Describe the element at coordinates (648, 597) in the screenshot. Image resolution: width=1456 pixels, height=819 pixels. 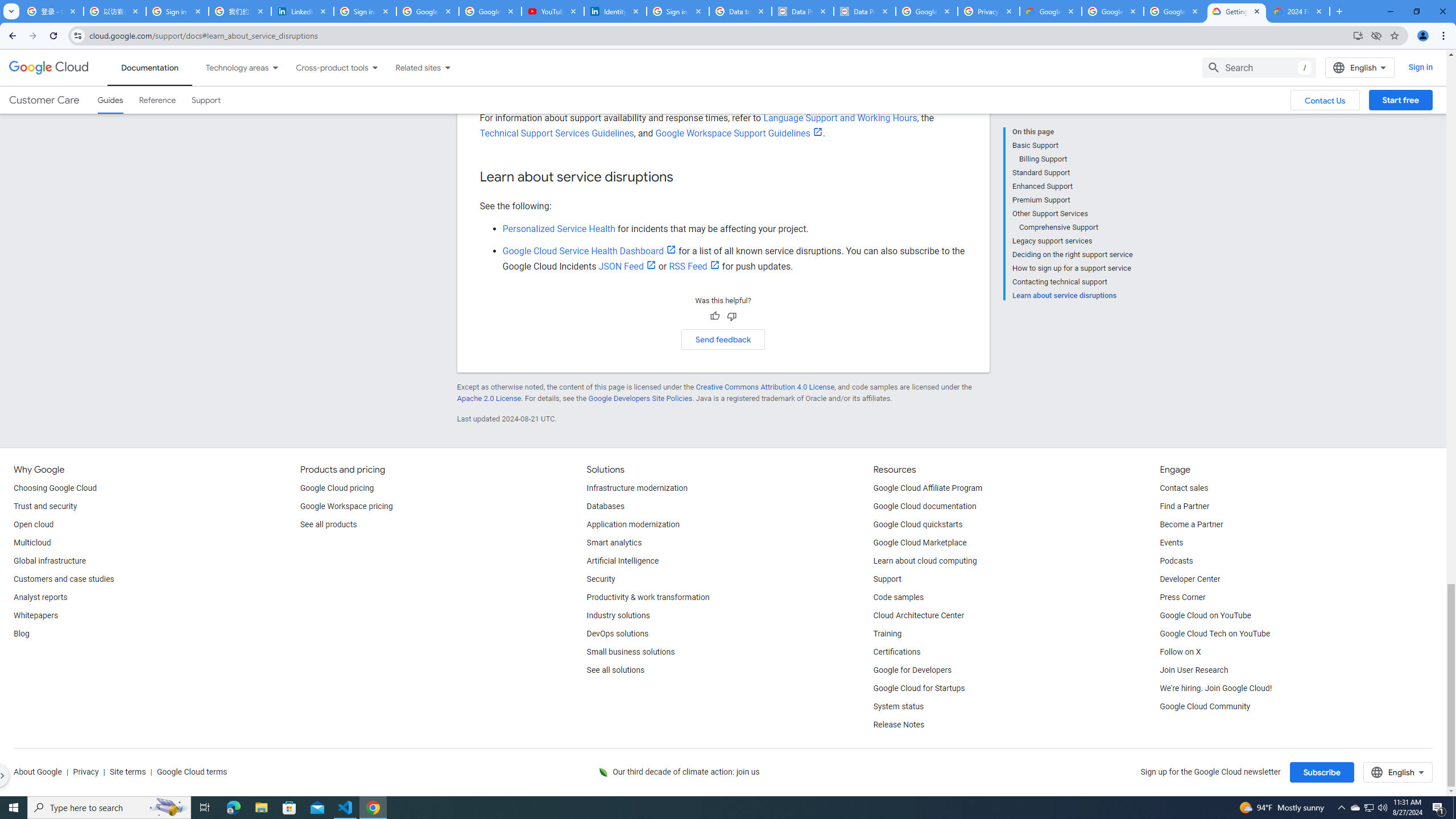
I see `'Productivity & work transformation'` at that location.